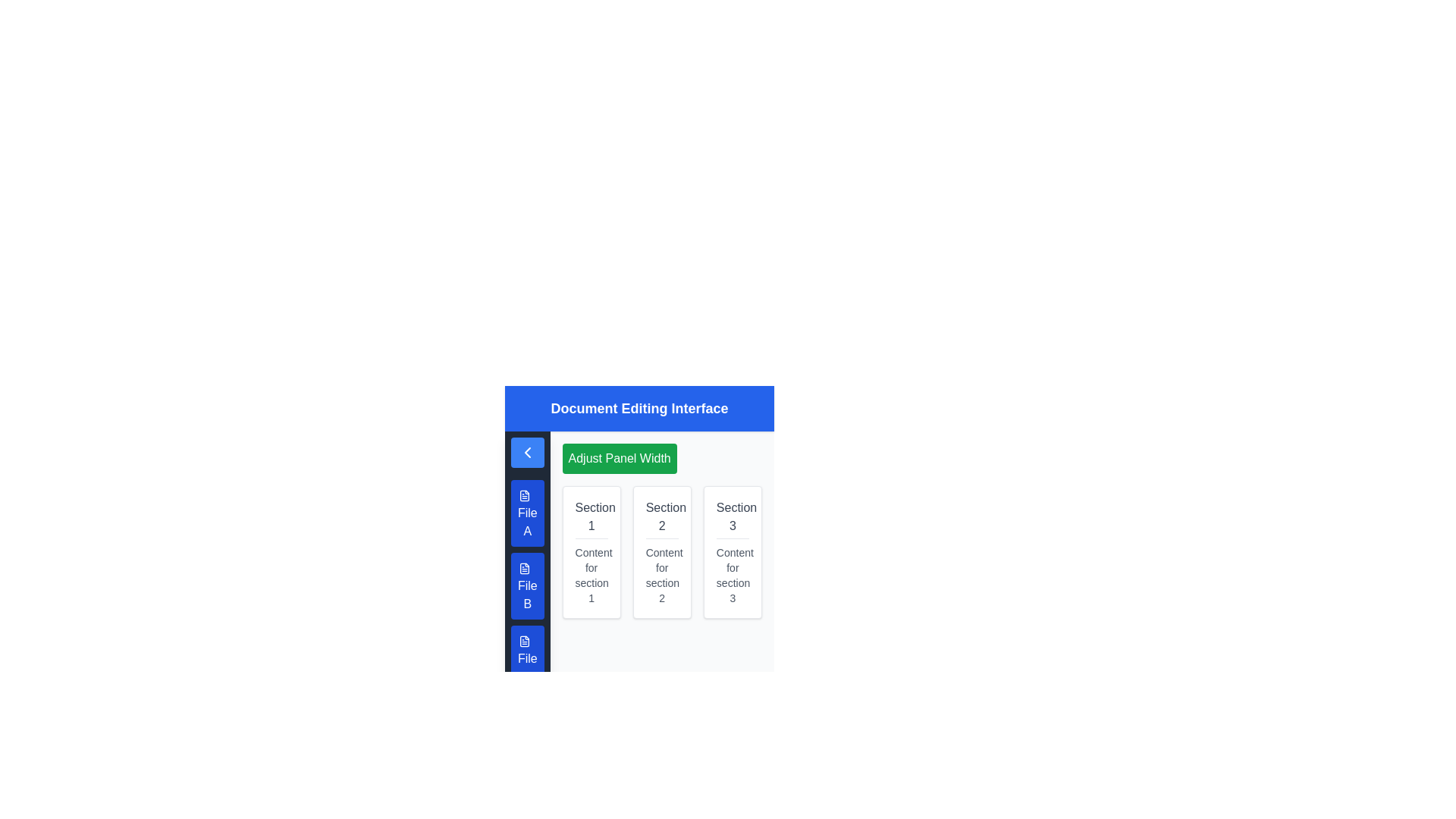  I want to click on the second button in the vertical list that accesses or interacts with 'File B', located directly below the 'File A' button, so click(527, 585).